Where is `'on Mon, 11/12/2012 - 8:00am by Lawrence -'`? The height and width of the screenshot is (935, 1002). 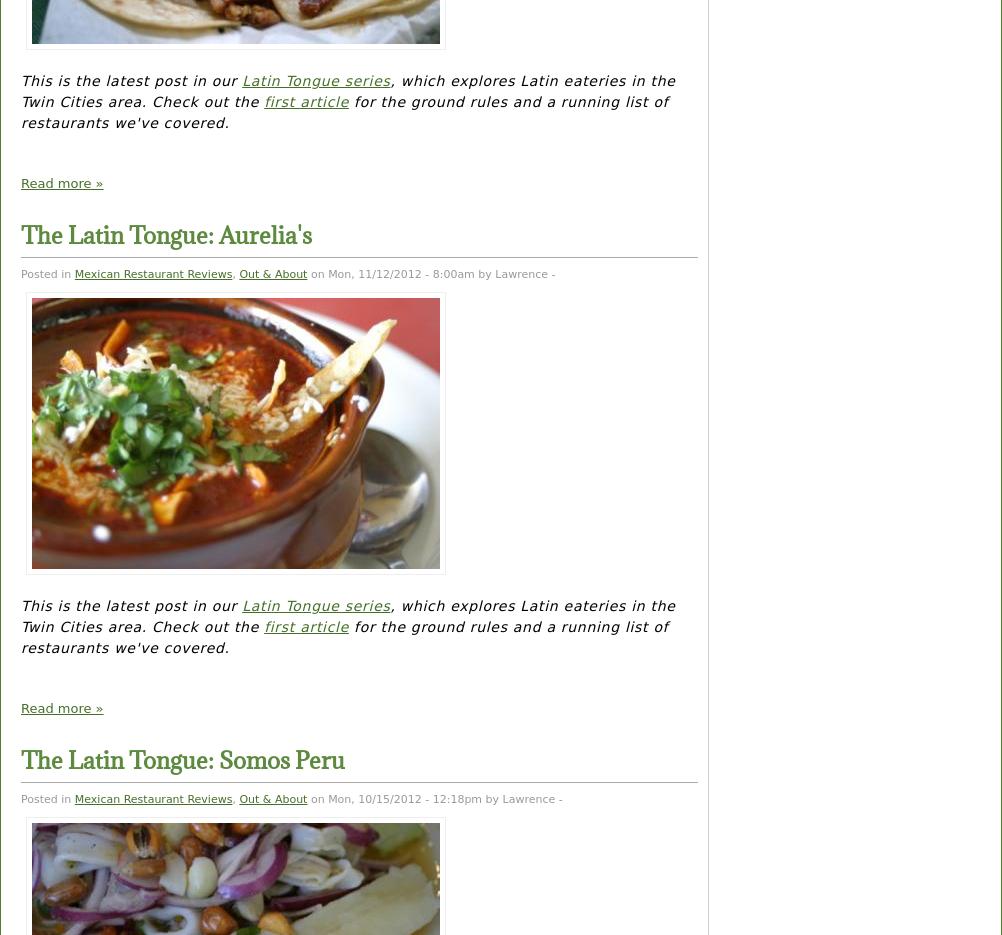
'on Mon, 11/12/2012 - 8:00am by Lawrence -' is located at coordinates (306, 273).